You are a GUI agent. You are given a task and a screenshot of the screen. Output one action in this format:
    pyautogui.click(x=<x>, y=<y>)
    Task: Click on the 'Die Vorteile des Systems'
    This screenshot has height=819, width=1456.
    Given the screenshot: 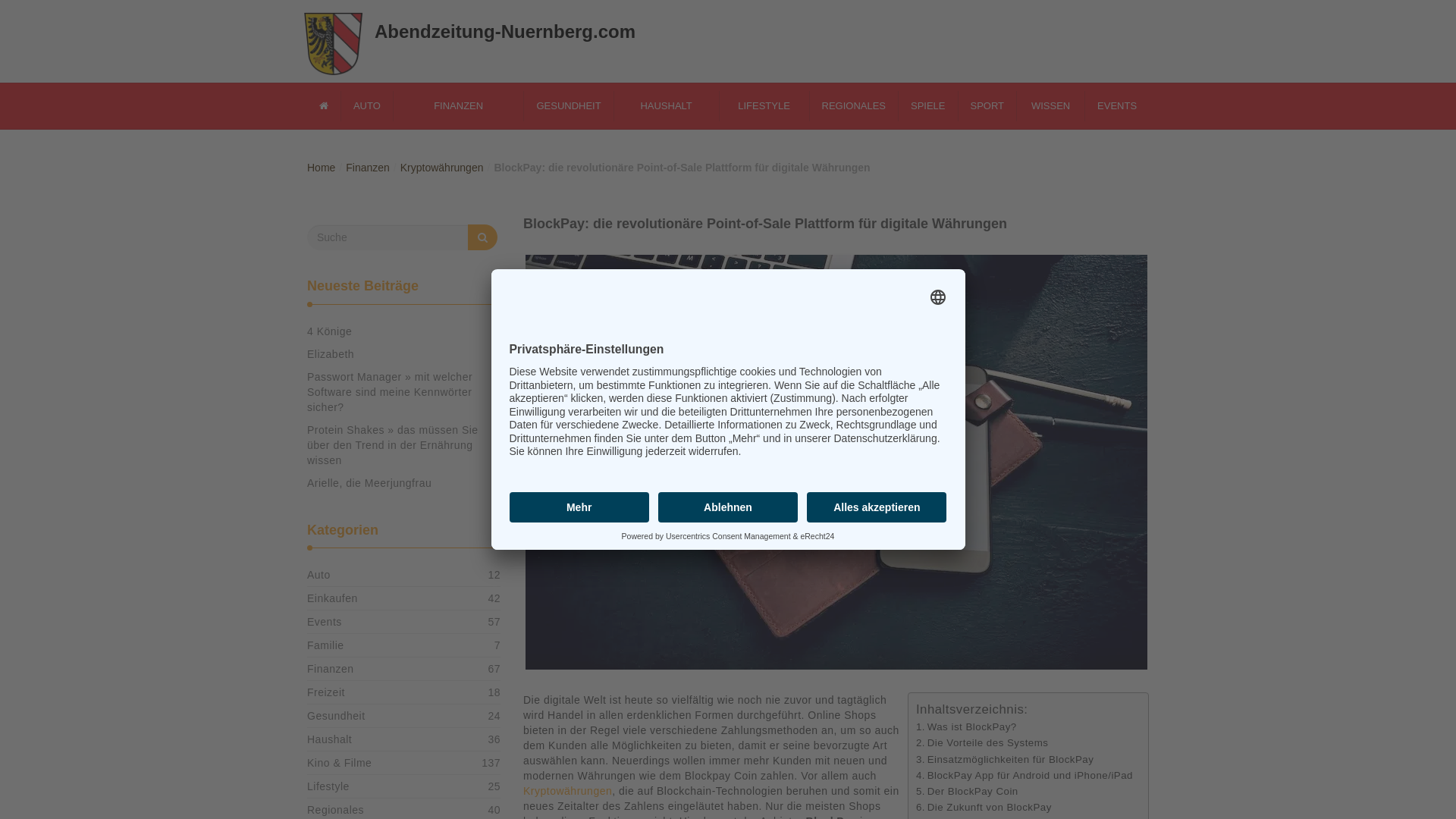 What is the action you would take?
    pyautogui.click(x=976, y=742)
    